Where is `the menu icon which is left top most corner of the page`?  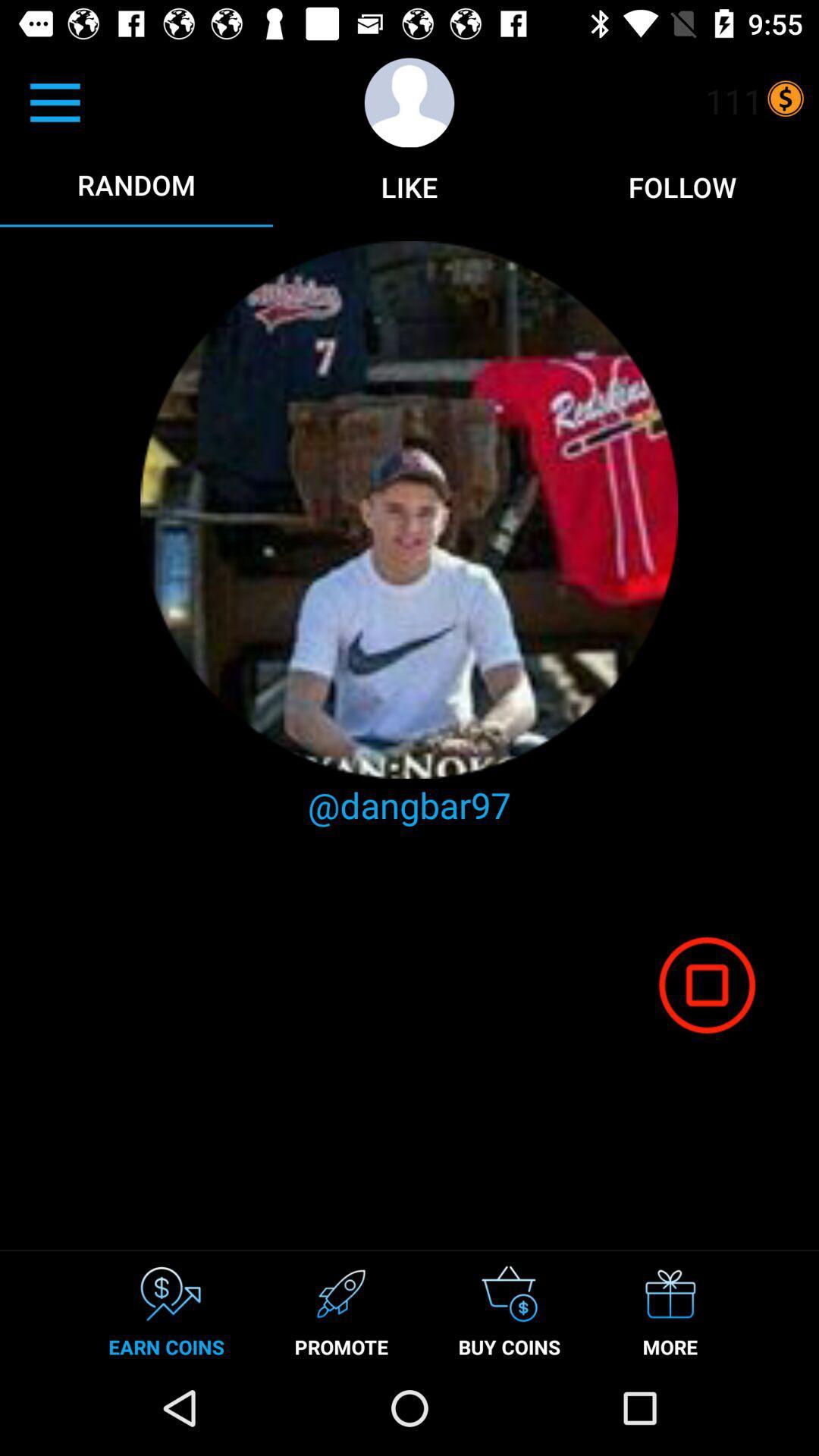 the menu icon which is left top most corner of the page is located at coordinates (80, 117).